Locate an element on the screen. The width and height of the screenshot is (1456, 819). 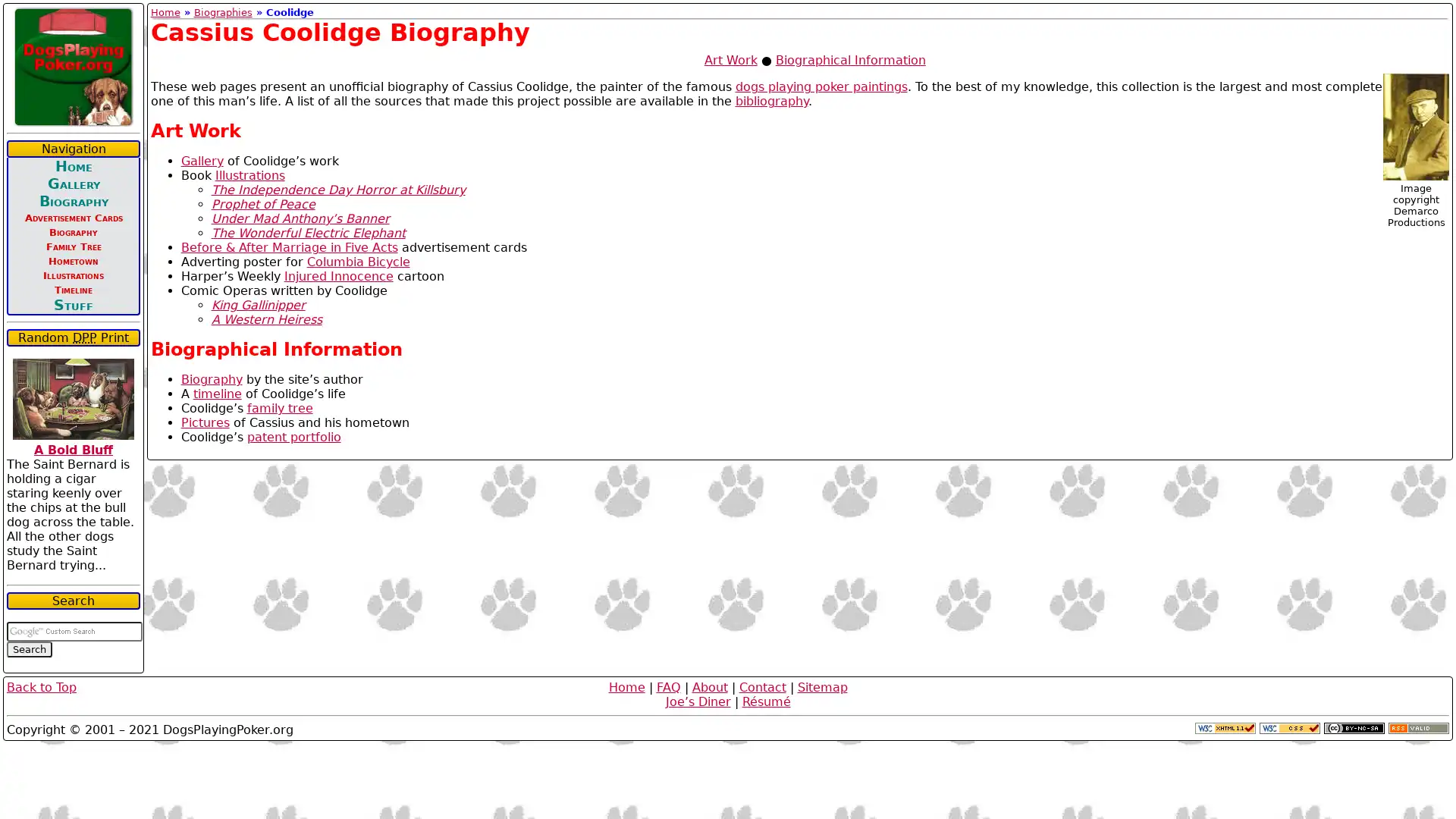
Search is located at coordinates (29, 648).